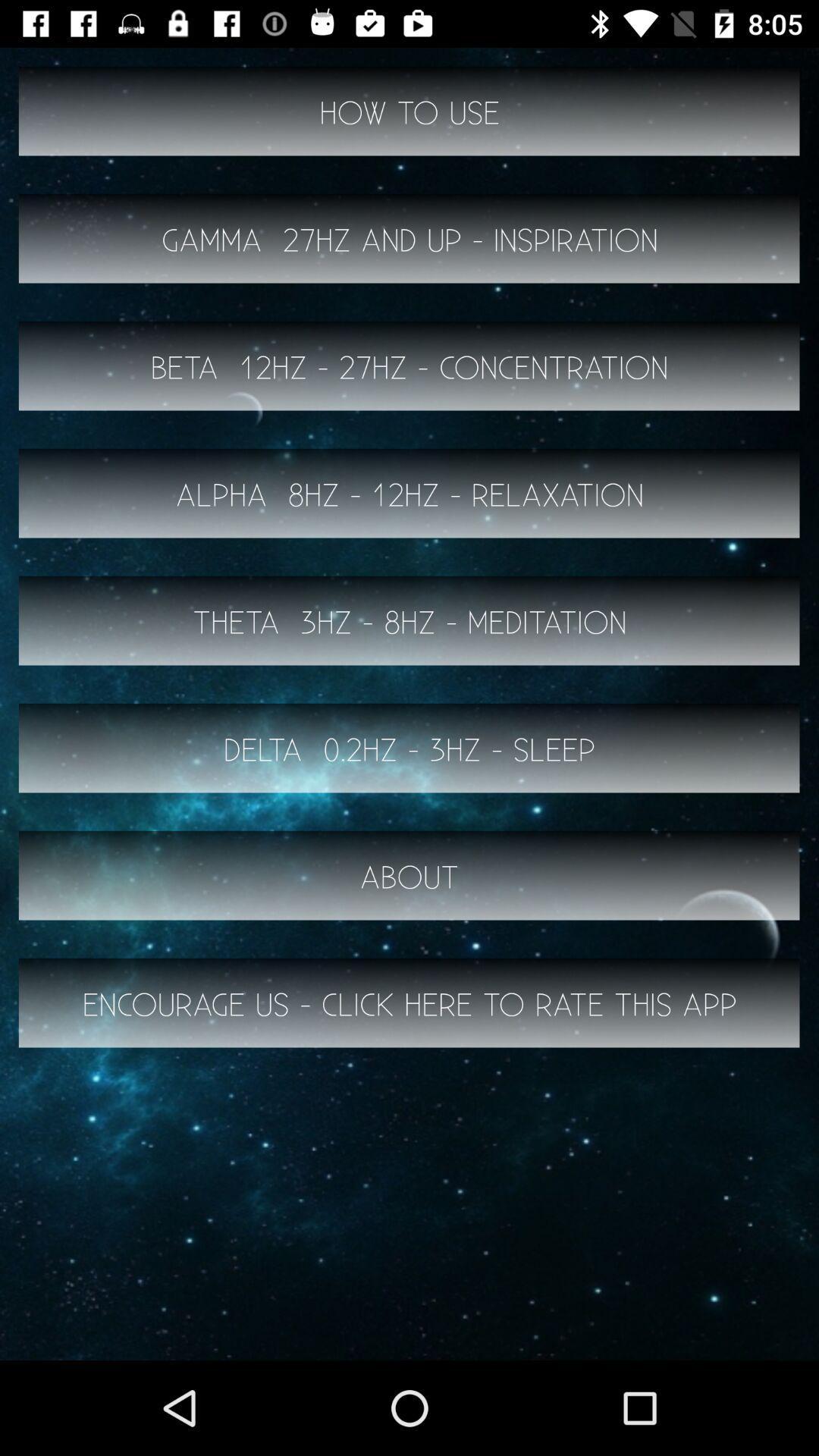  Describe the element at coordinates (409, 111) in the screenshot. I see `item above gamma 27hz and button` at that location.